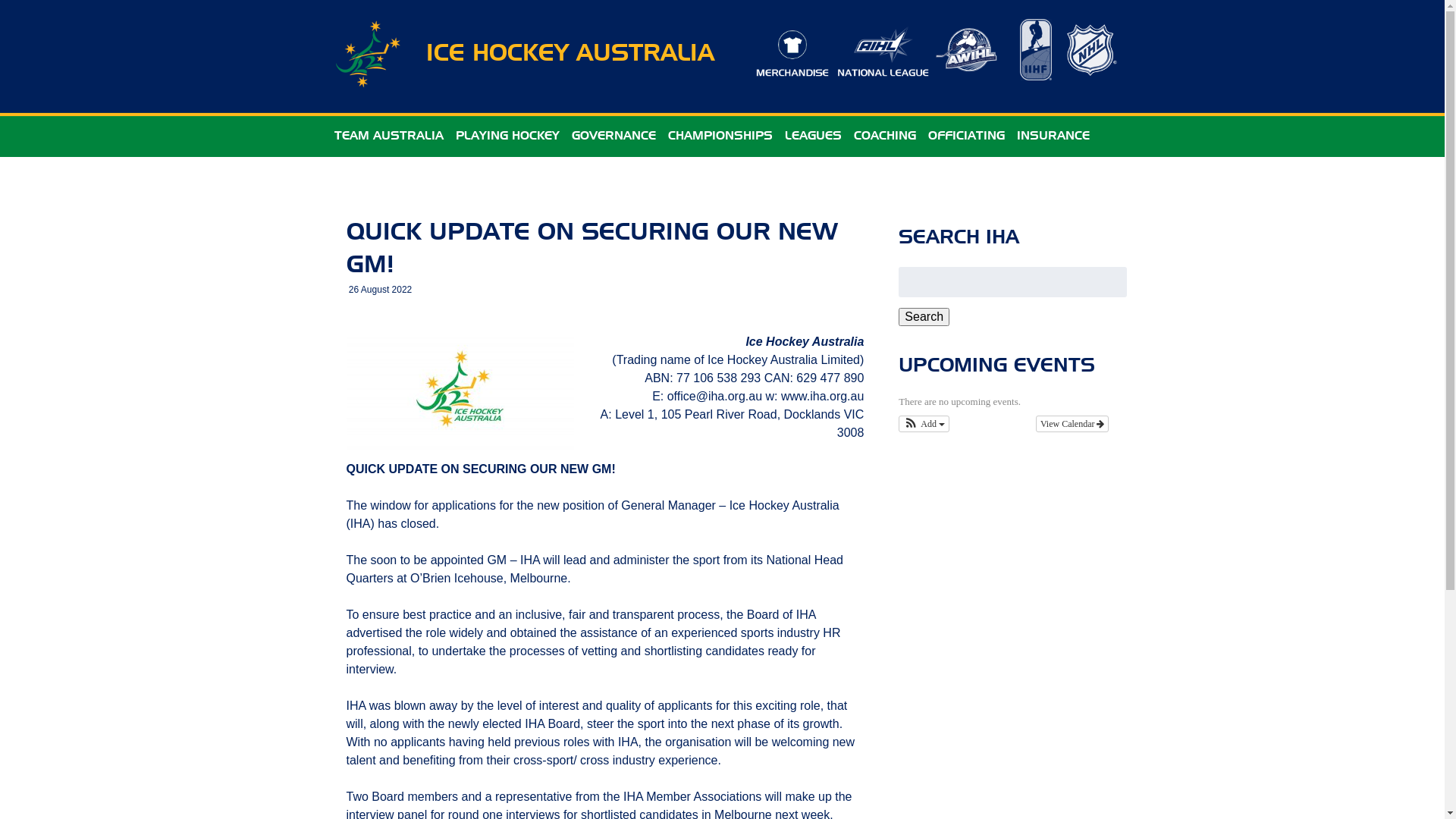 Image resolution: width=1456 pixels, height=819 pixels. I want to click on 'LEAGUES', so click(811, 136).